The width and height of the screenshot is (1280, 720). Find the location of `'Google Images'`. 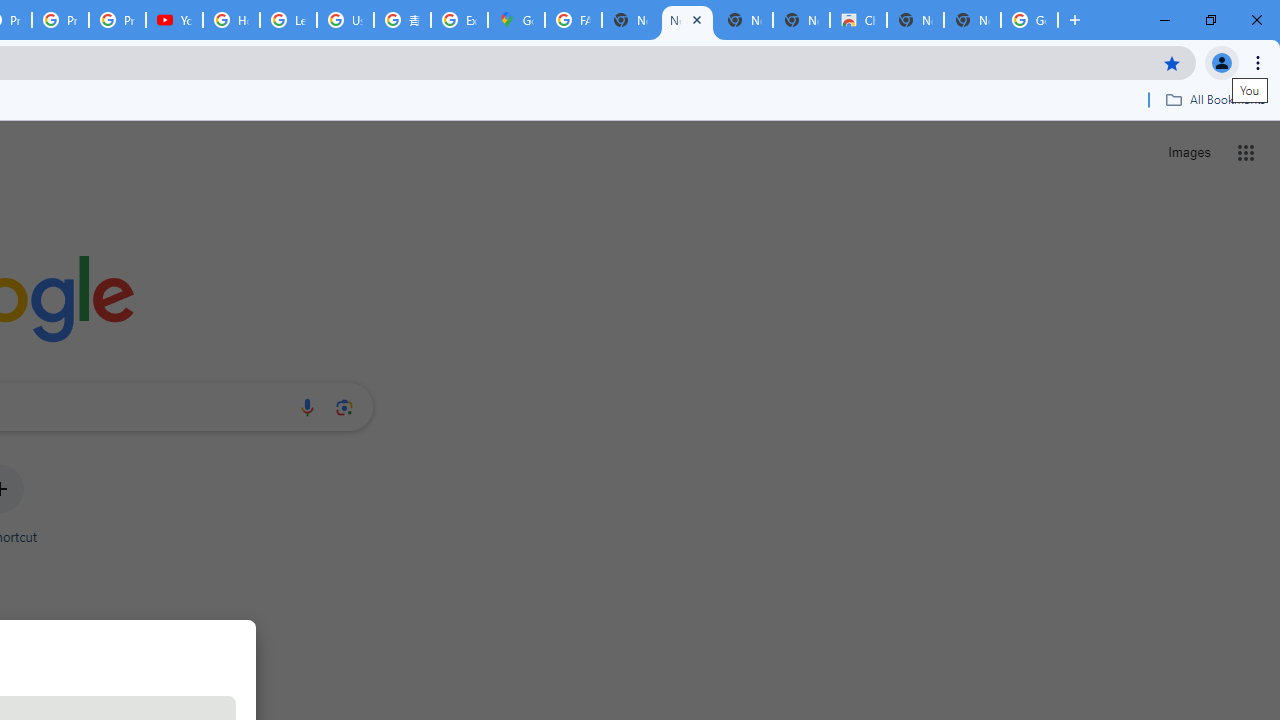

'Google Images' is located at coordinates (1029, 20).